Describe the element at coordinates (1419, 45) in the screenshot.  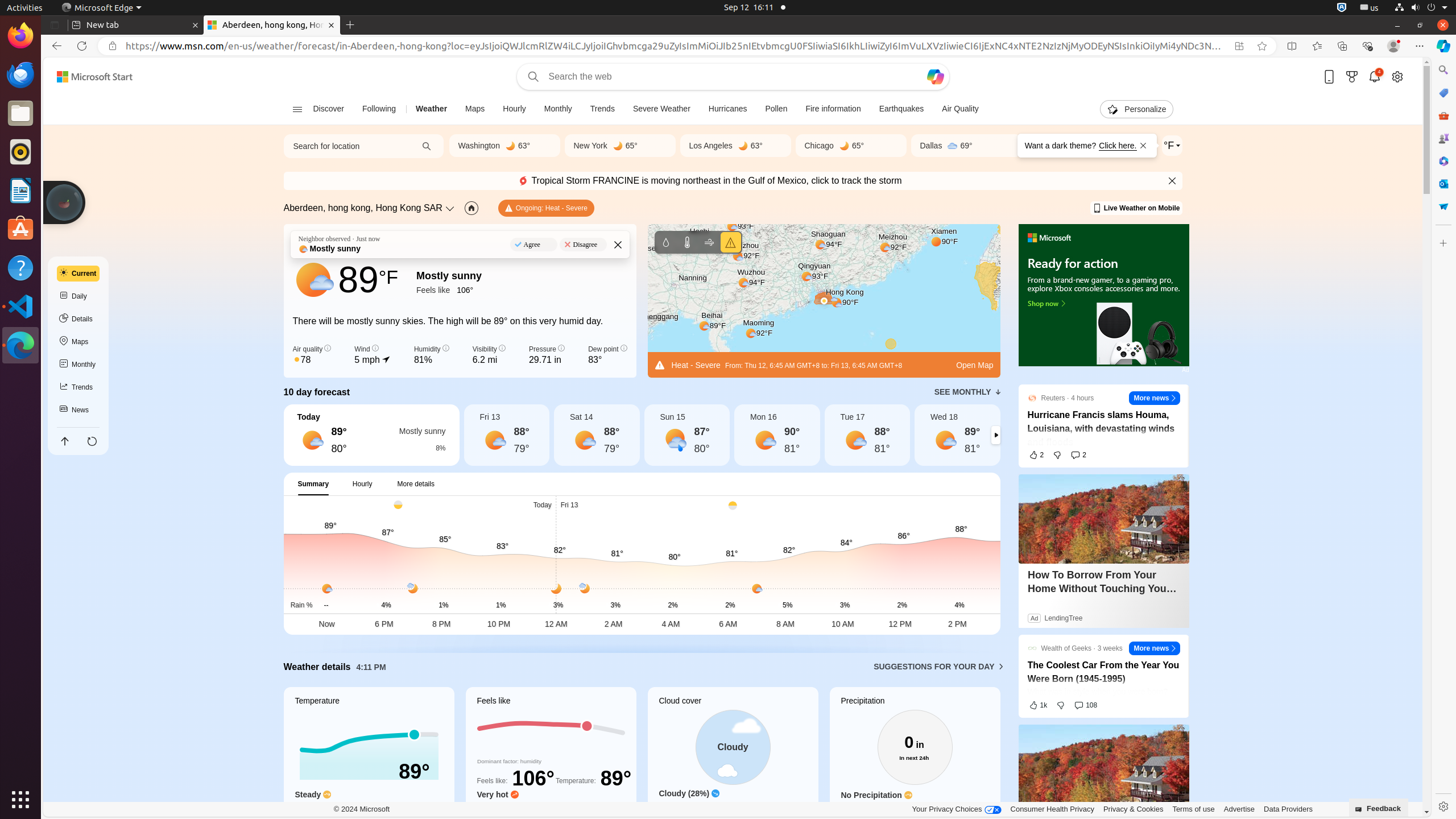
I see `'Settings and more (Alt+F)'` at that location.